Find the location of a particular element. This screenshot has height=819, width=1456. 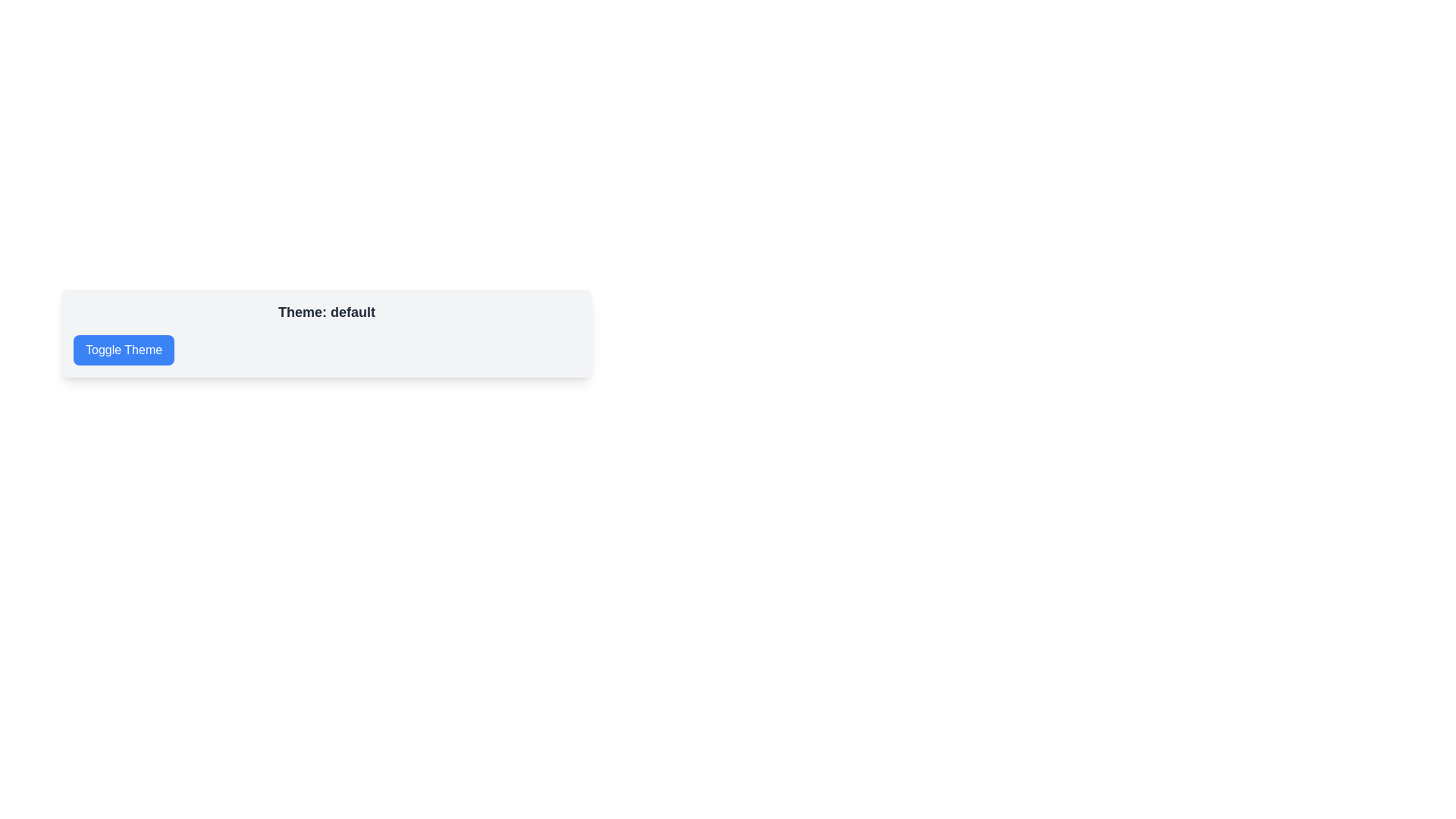

the text label displaying 'Theme: default', which is styled in a larger font and bold weight, positioned centrally above the toggle button is located at coordinates (326, 312).